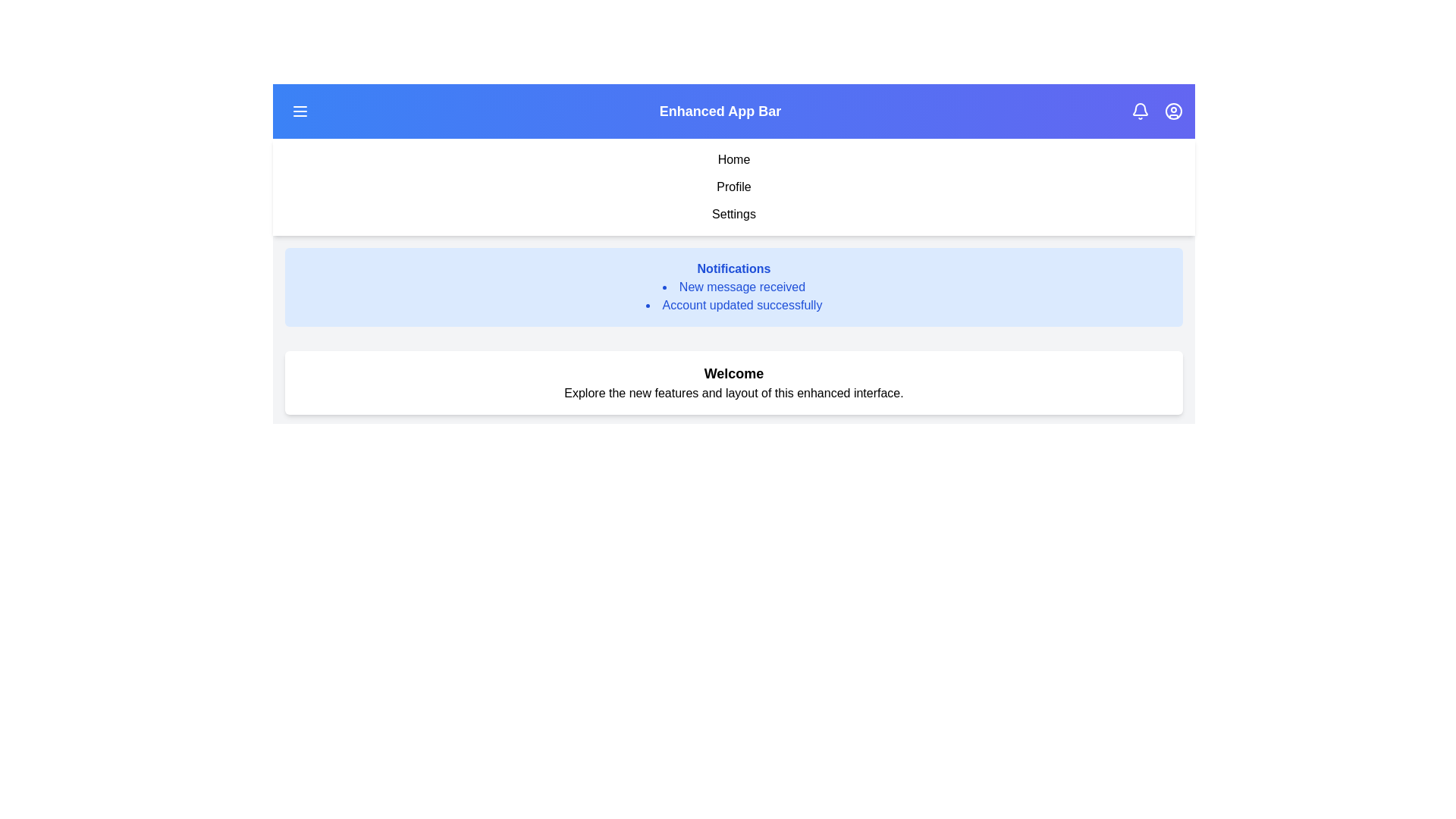 This screenshot has width=1456, height=819. What do you see at coordinates (720, 110) in the screenshot?
I see `the app bar title to inspect it` at bounding box center [720, 110].